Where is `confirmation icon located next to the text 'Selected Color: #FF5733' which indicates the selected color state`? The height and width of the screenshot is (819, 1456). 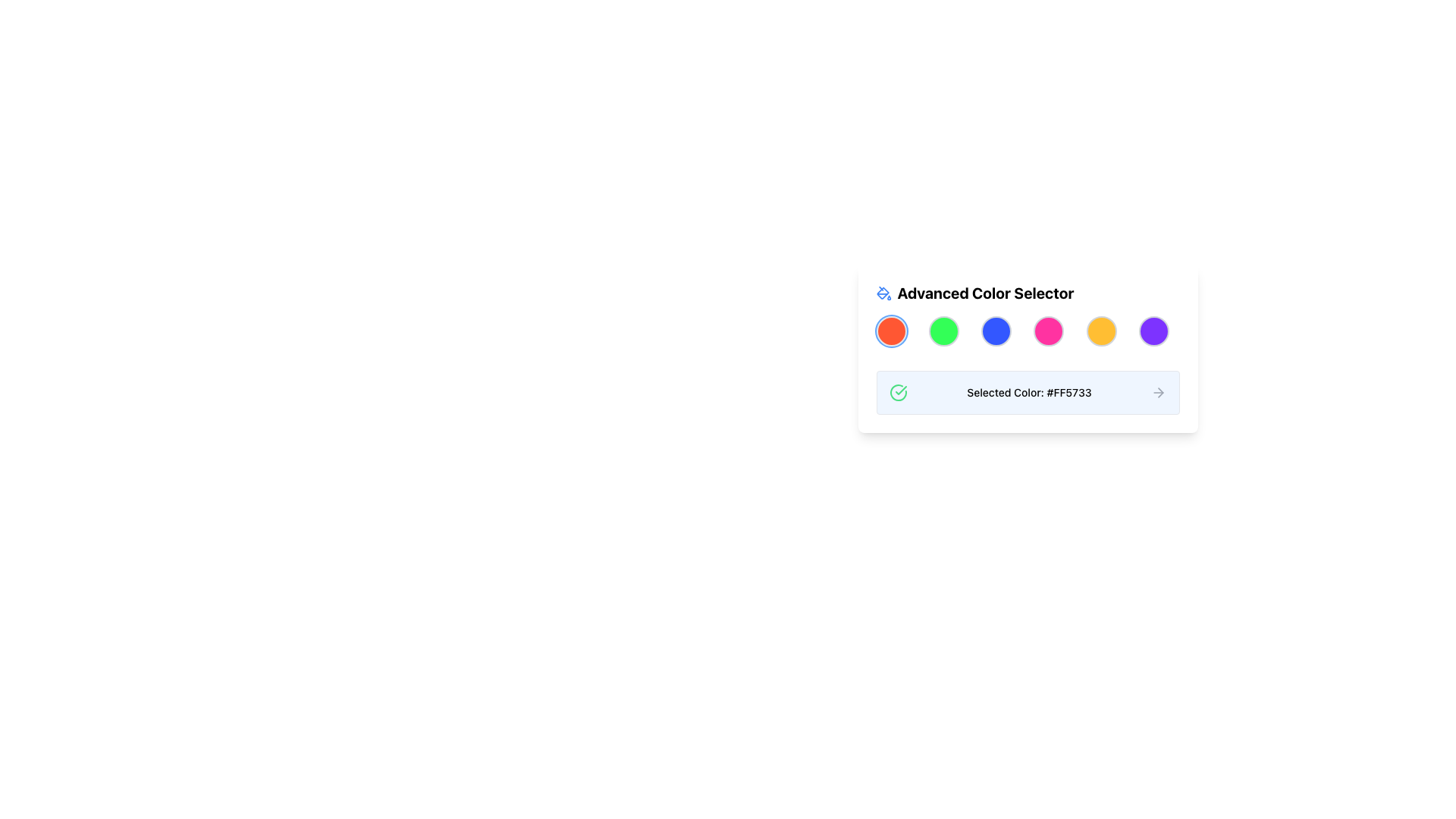
confirmation icon located next to the text 'Selected Color: #FF5733' which indicates the selected color state is located at coordinates (898, 391).